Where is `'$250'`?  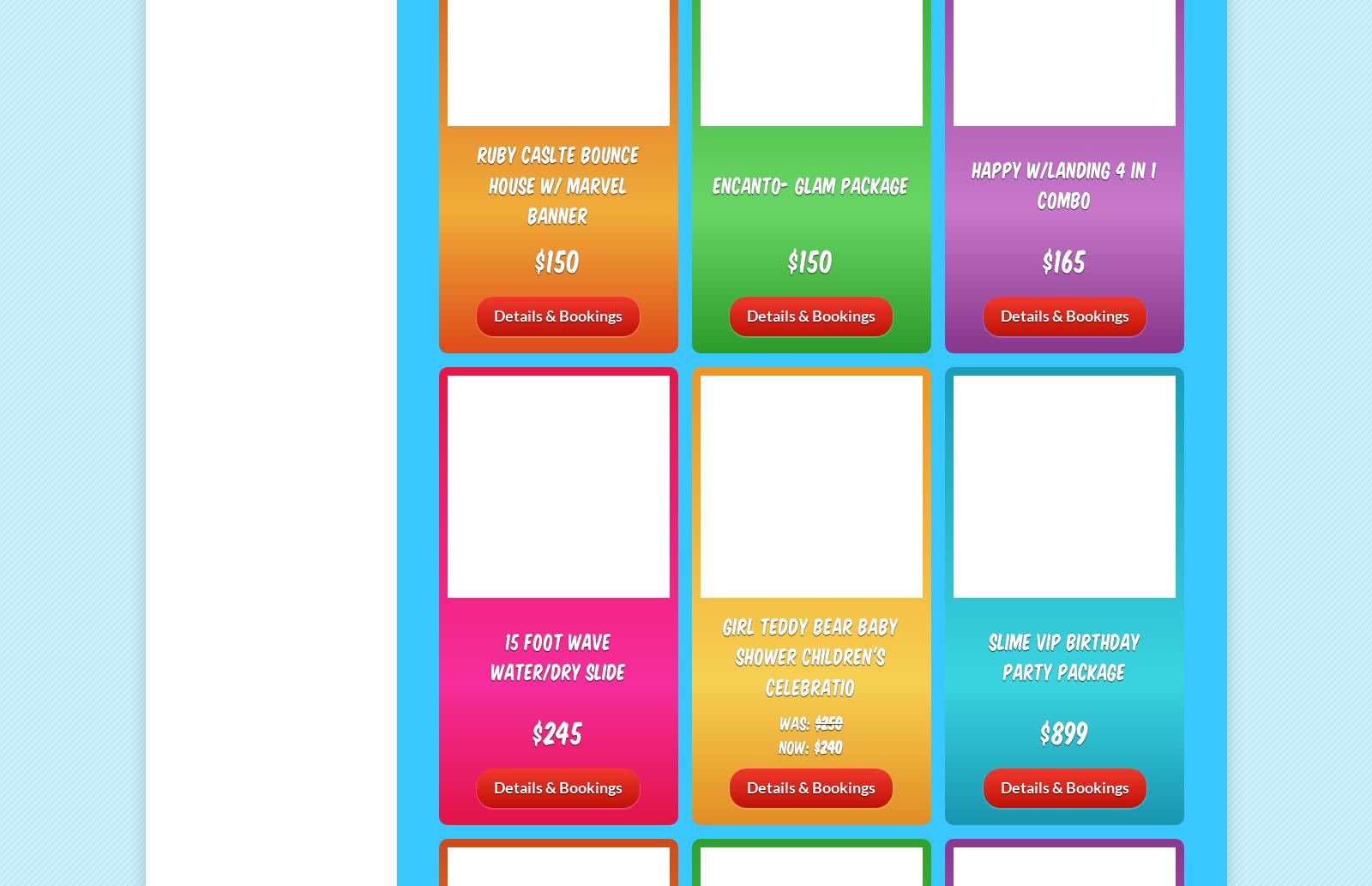
'$250' is located at coordinates (827, 721).